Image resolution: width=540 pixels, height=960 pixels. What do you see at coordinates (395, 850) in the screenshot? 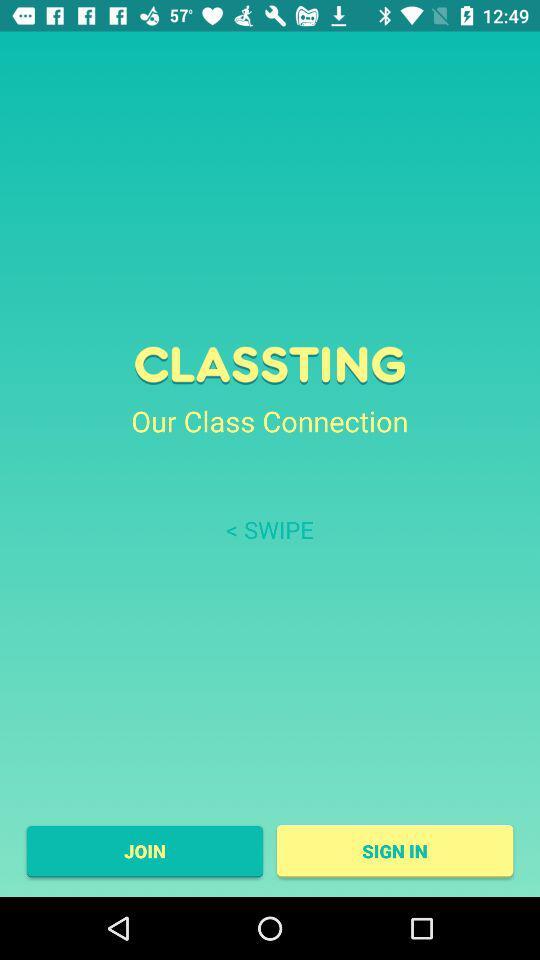
I see `item at the bottom right corner` at bounding box center [395, 850].